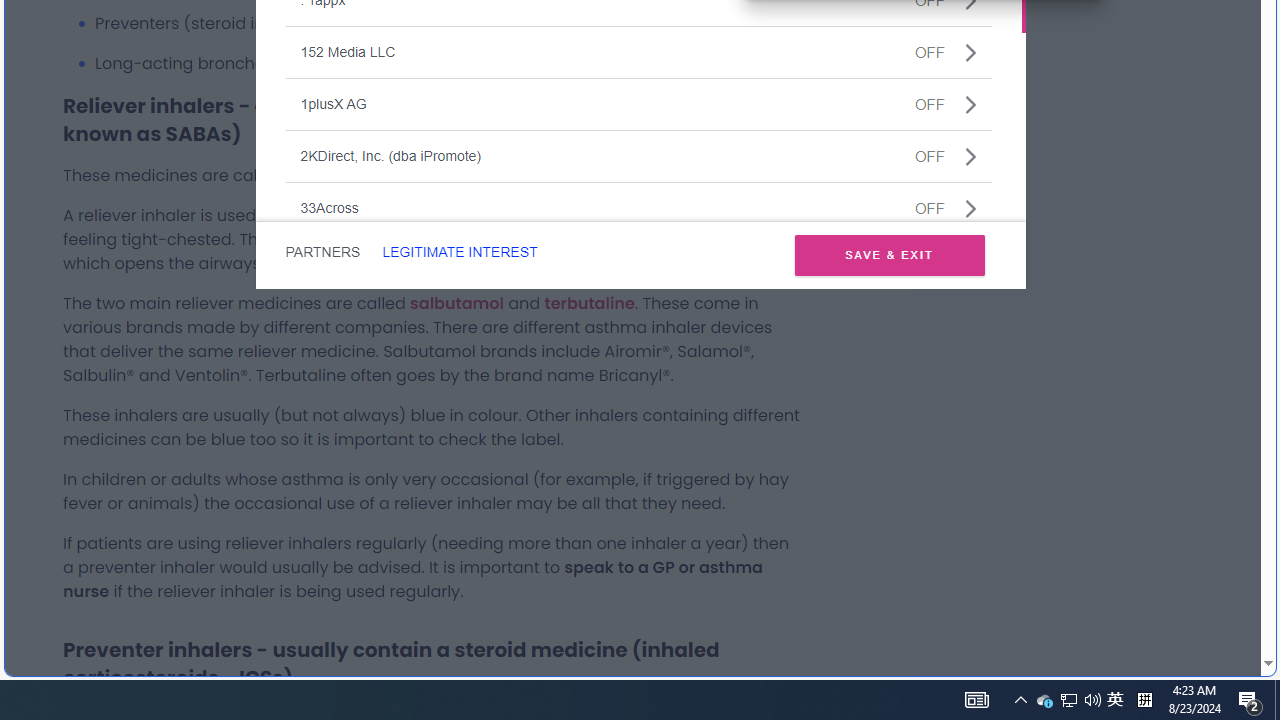 The height and width of the screenshot is (720, 1280). Describe the element at coordinates (455, 303) in the screenshot. I see `'salbutamol'` at that location.